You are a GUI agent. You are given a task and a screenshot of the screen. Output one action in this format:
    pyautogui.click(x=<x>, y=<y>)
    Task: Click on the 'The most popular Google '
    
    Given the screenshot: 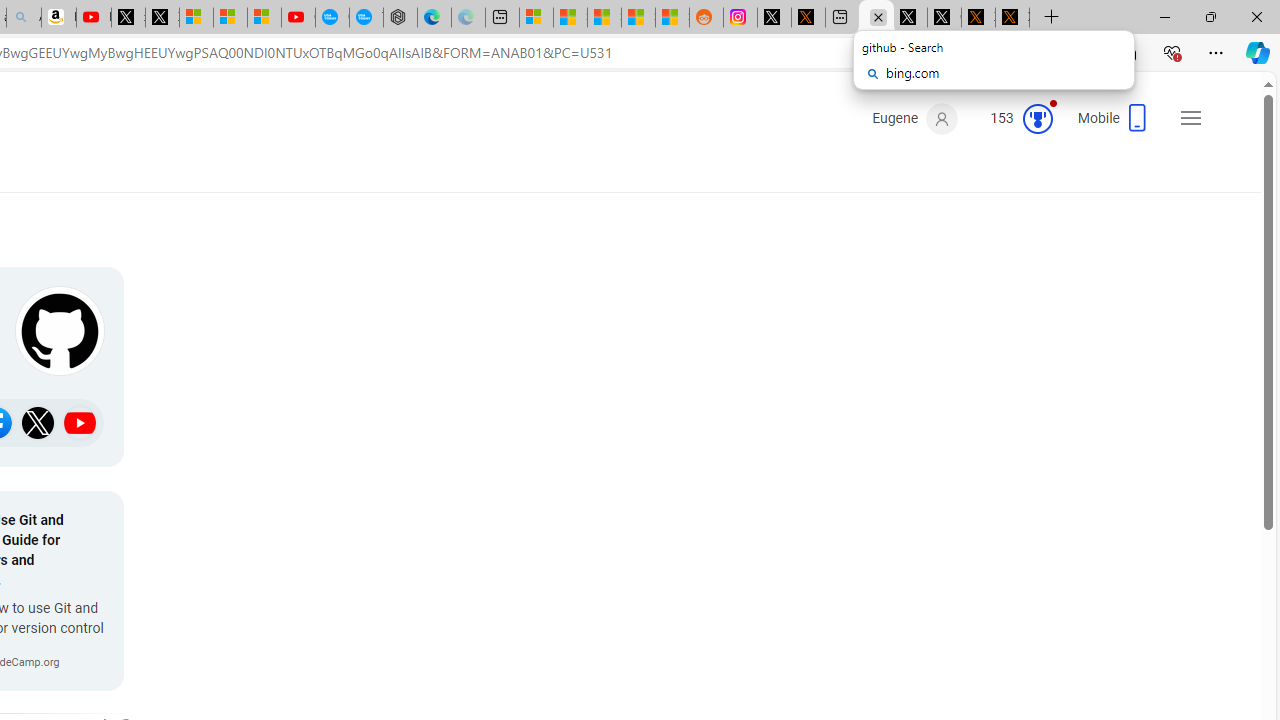 What is the action you would take?
    pyautogui.click(x=366, y=17)
    